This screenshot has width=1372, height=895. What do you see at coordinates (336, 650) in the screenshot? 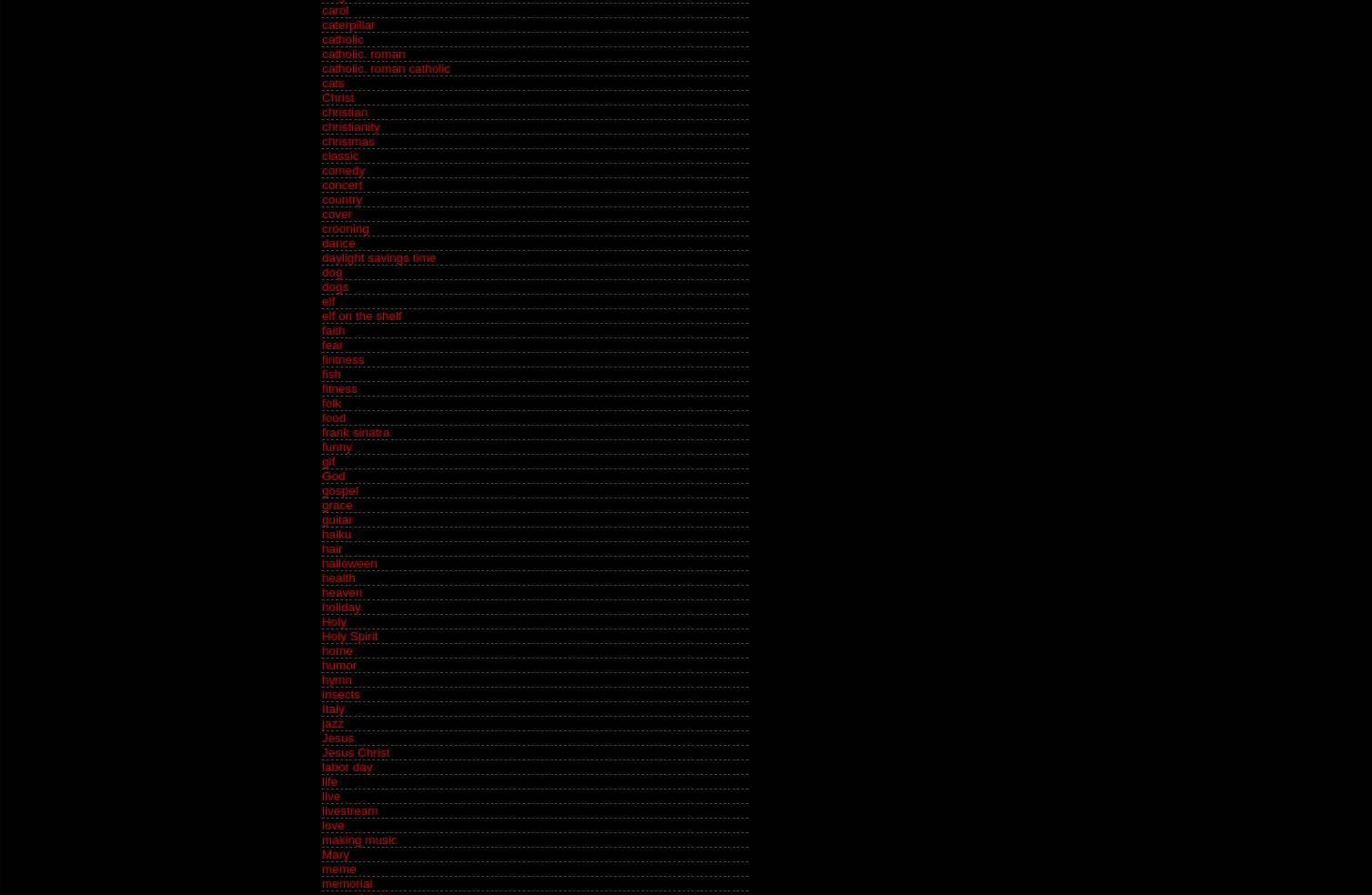
I see `'home'` at bounding box center [336, 650].